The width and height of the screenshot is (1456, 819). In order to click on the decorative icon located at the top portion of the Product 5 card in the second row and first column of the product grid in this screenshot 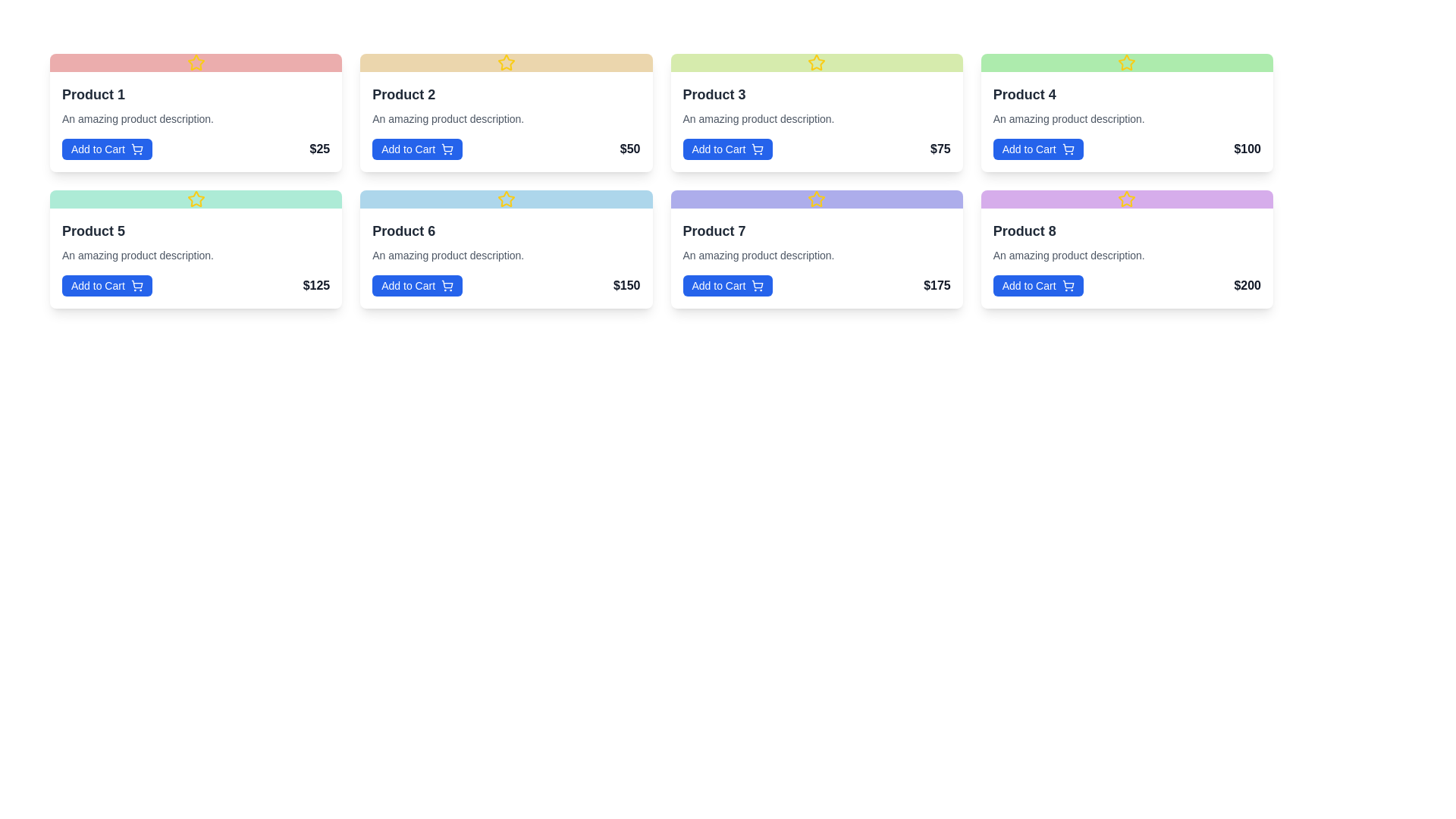, I will do `click(195, 198)`.